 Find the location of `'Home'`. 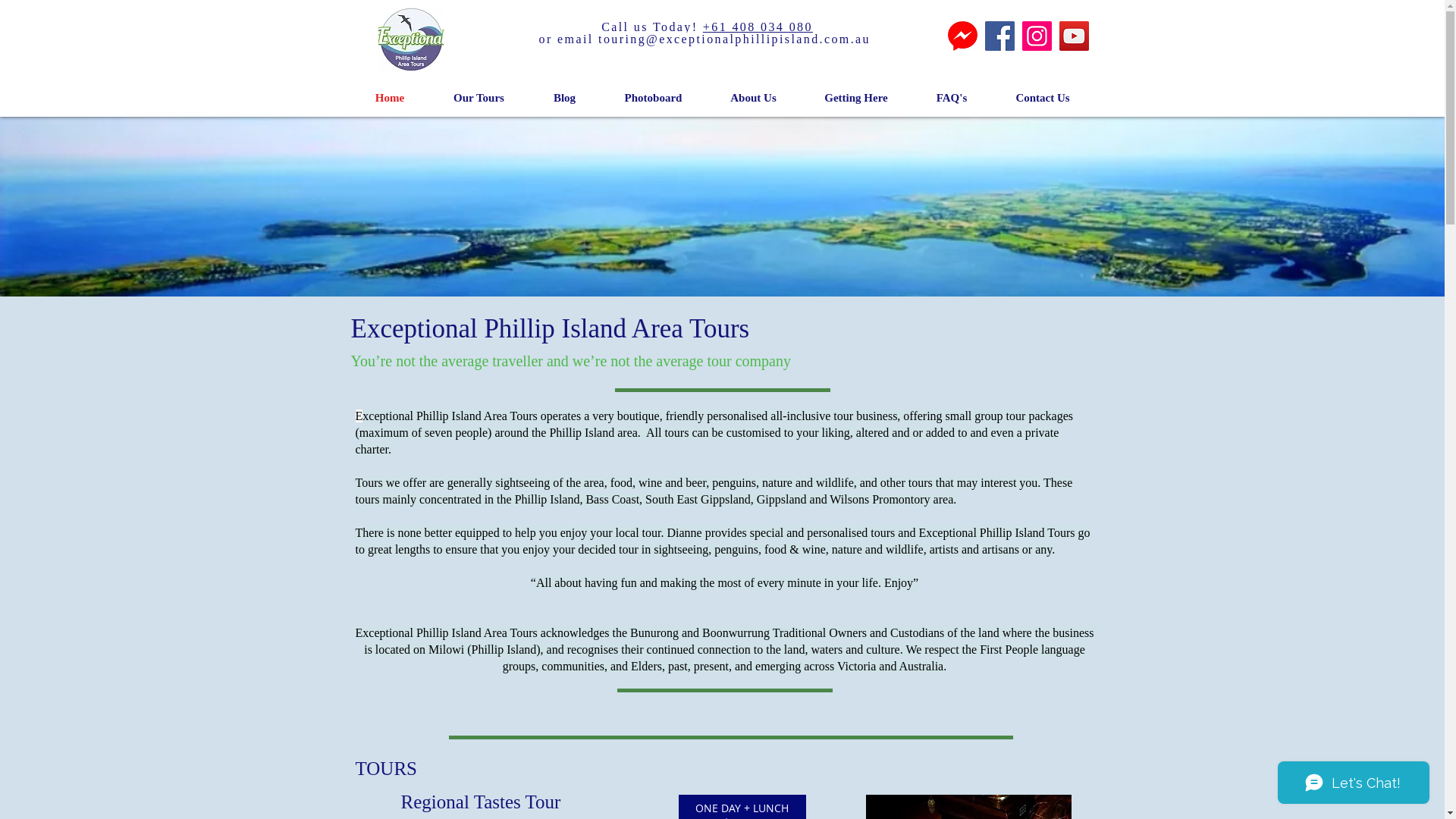

'Home' is located at coordinates (349, 97).